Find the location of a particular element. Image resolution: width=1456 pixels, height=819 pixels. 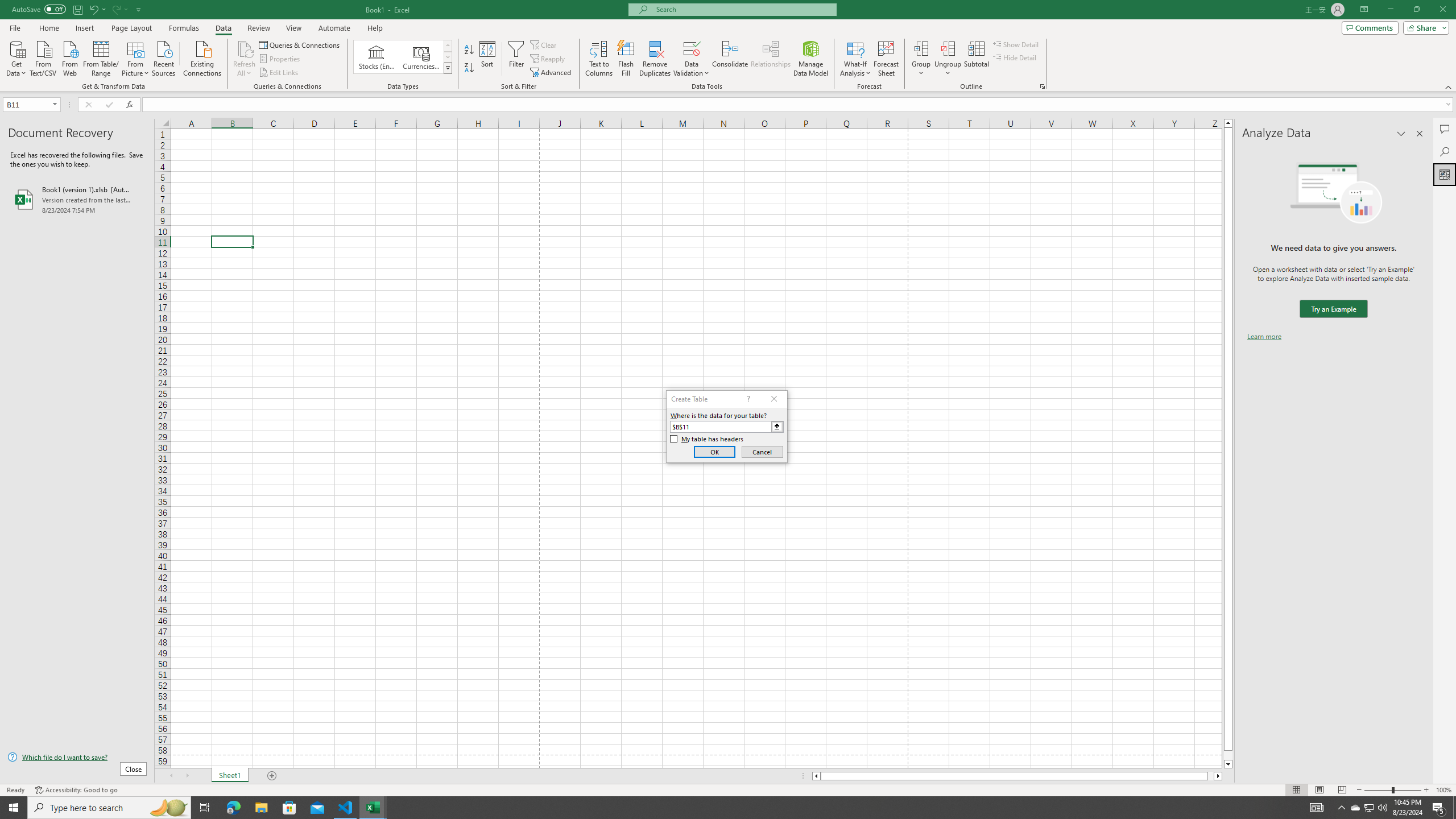

'Search' is located at coordinates (1444, 152).